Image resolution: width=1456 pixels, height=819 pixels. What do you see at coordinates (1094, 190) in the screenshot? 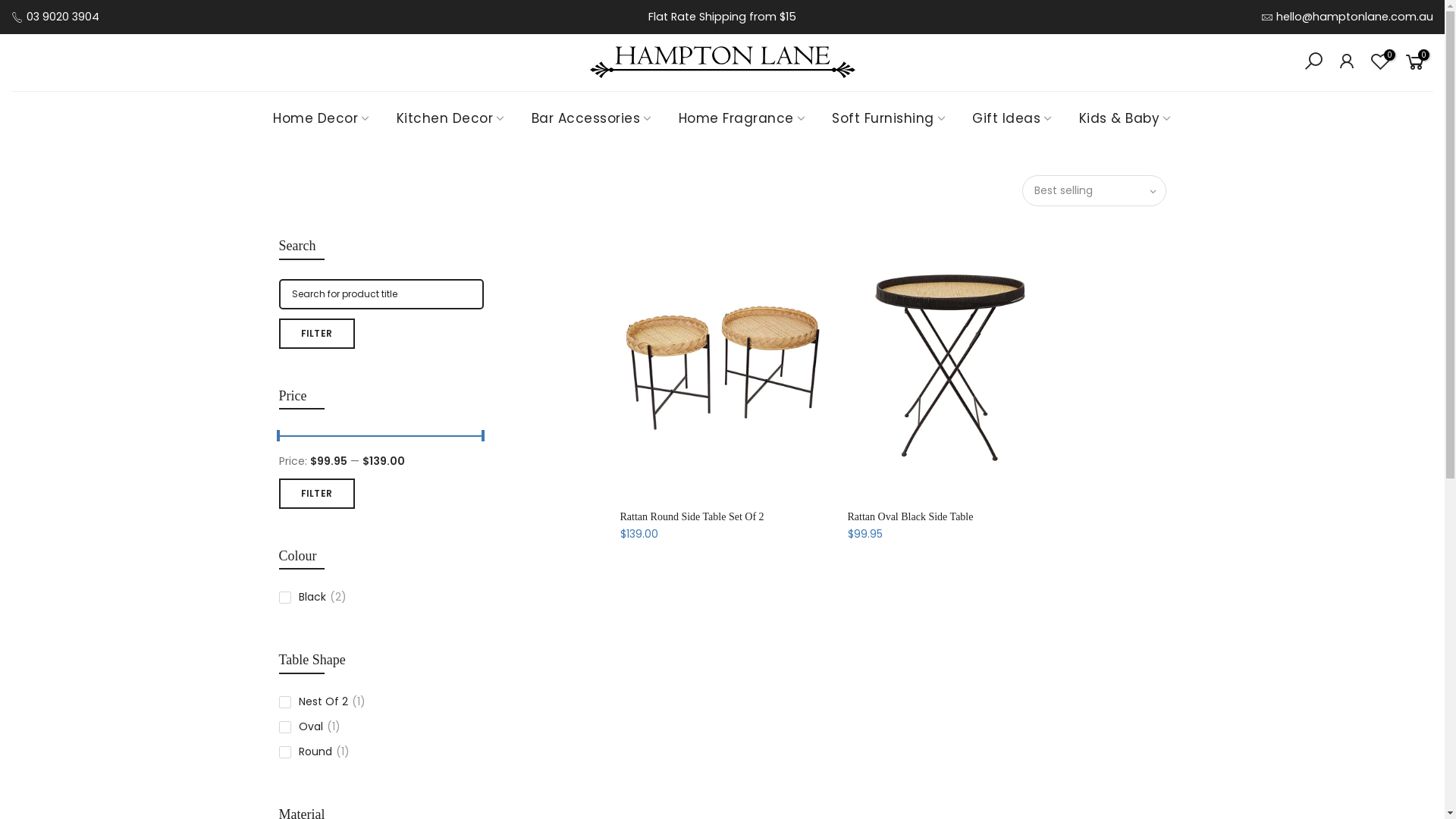
I see `'Best selling'` at bounding box center [1094, 190].